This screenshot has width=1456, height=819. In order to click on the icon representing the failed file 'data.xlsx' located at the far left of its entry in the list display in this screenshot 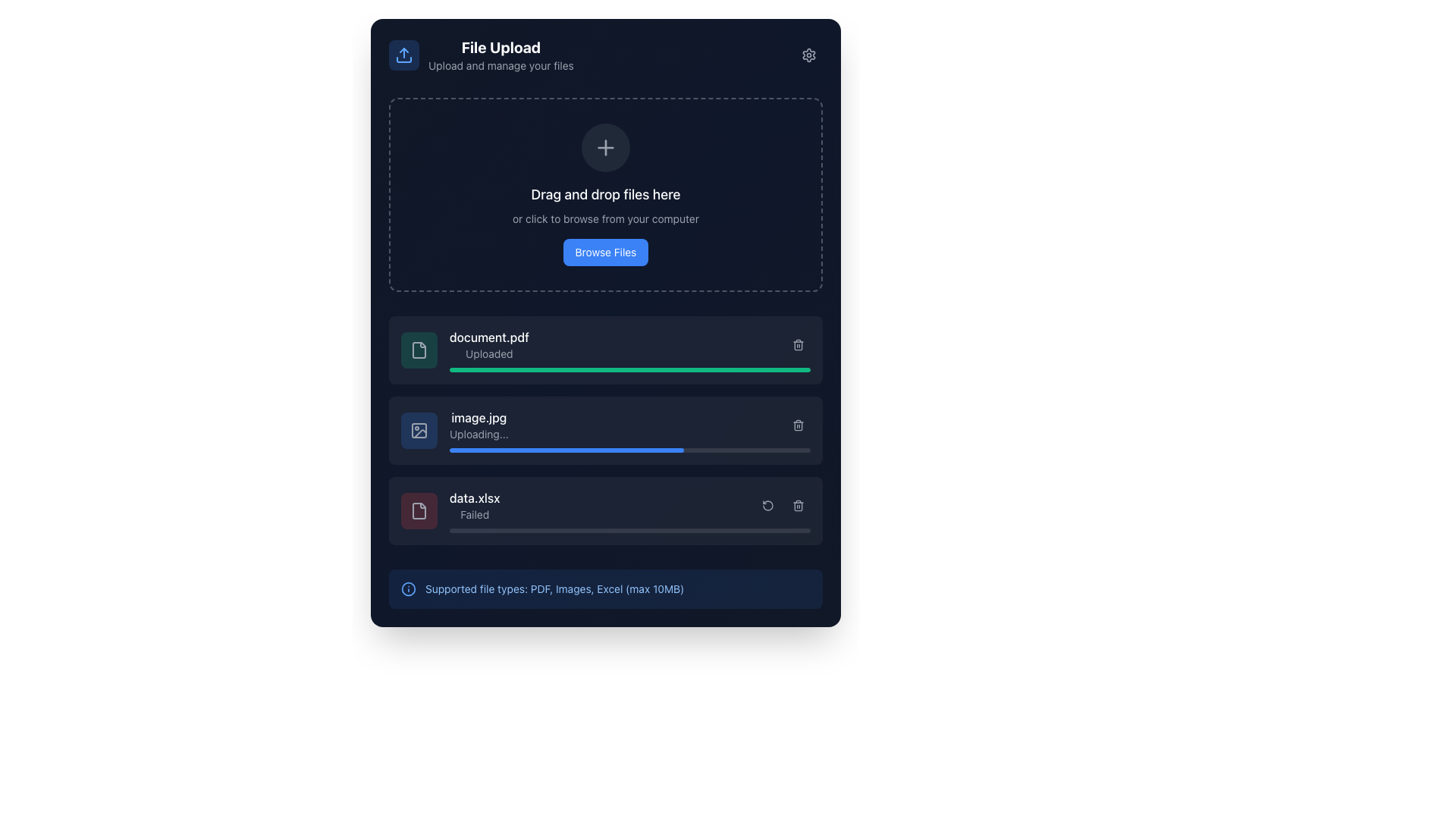, I will do `click(419, 511)`.